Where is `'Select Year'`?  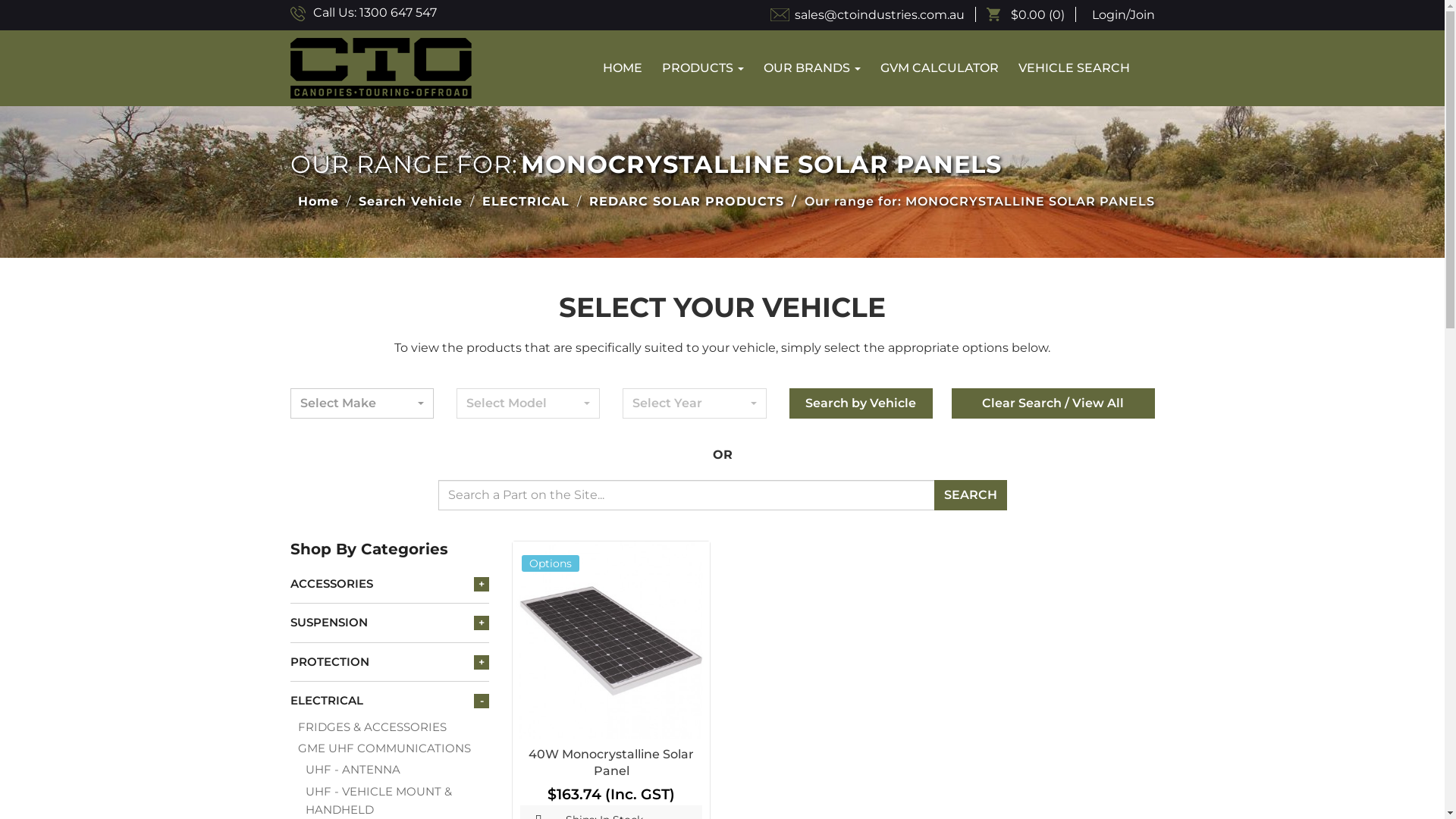 'Select Year' is located at coordinates (693, 403).